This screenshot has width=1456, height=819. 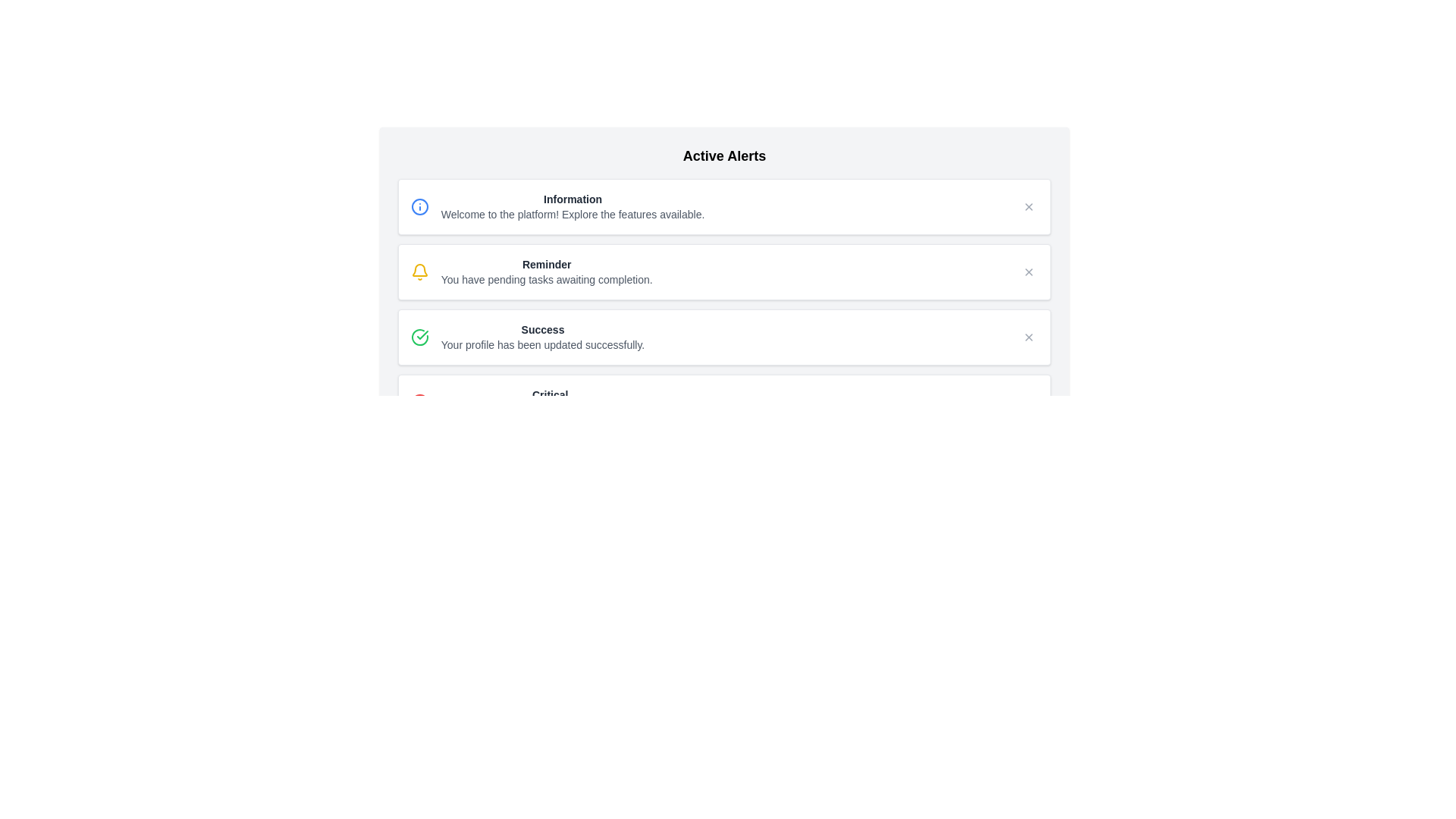 What do you see at coordinates (546, 263) in the screenshot?
I see `the title Text Label within the alert box that contains the 'Reminder' label and additional explanatory text` at bounding box center [546, 263].